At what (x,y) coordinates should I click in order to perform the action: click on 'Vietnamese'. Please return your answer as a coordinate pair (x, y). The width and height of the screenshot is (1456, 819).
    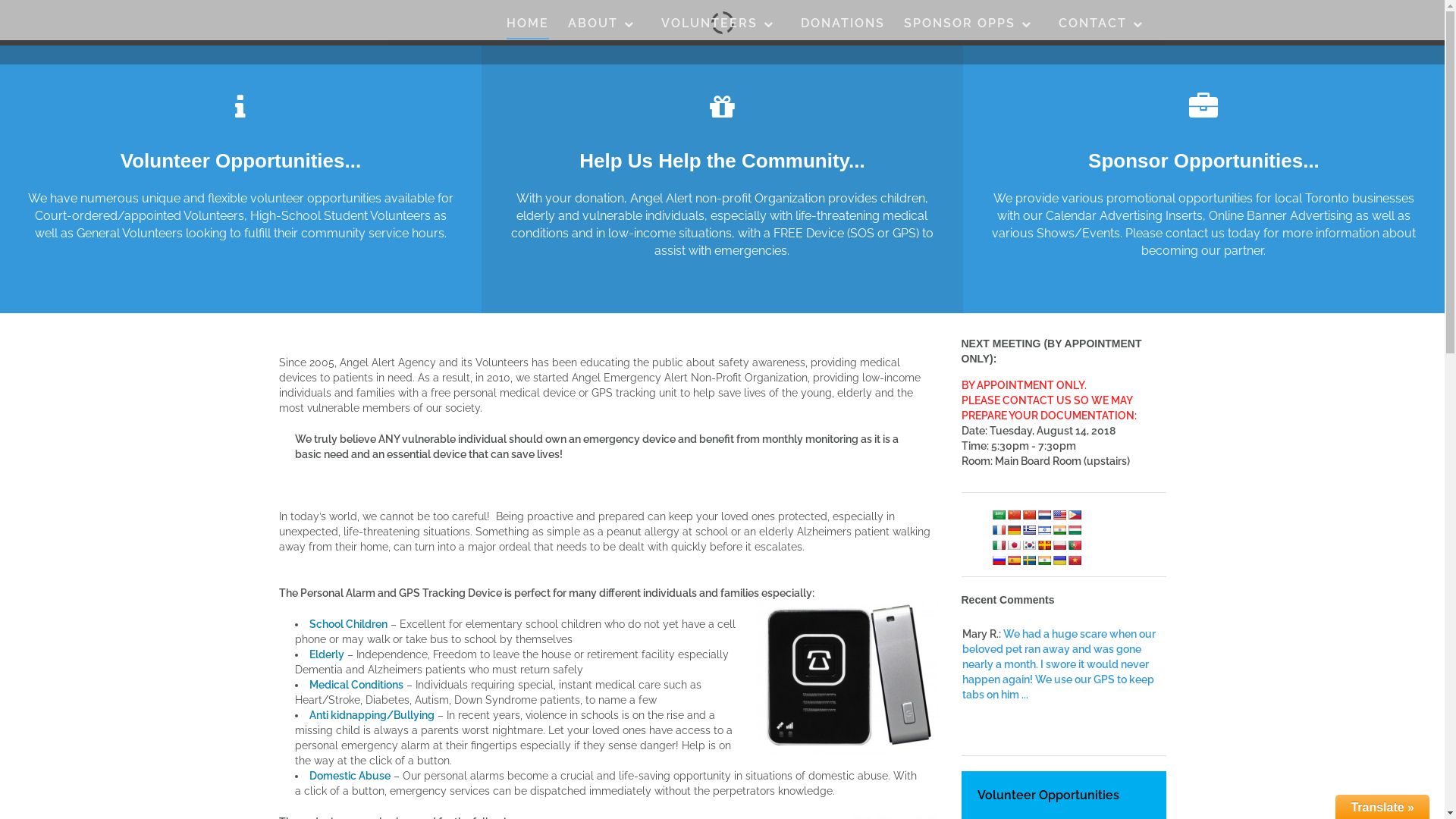
    Looking at the image, I should click on (1066, 559).